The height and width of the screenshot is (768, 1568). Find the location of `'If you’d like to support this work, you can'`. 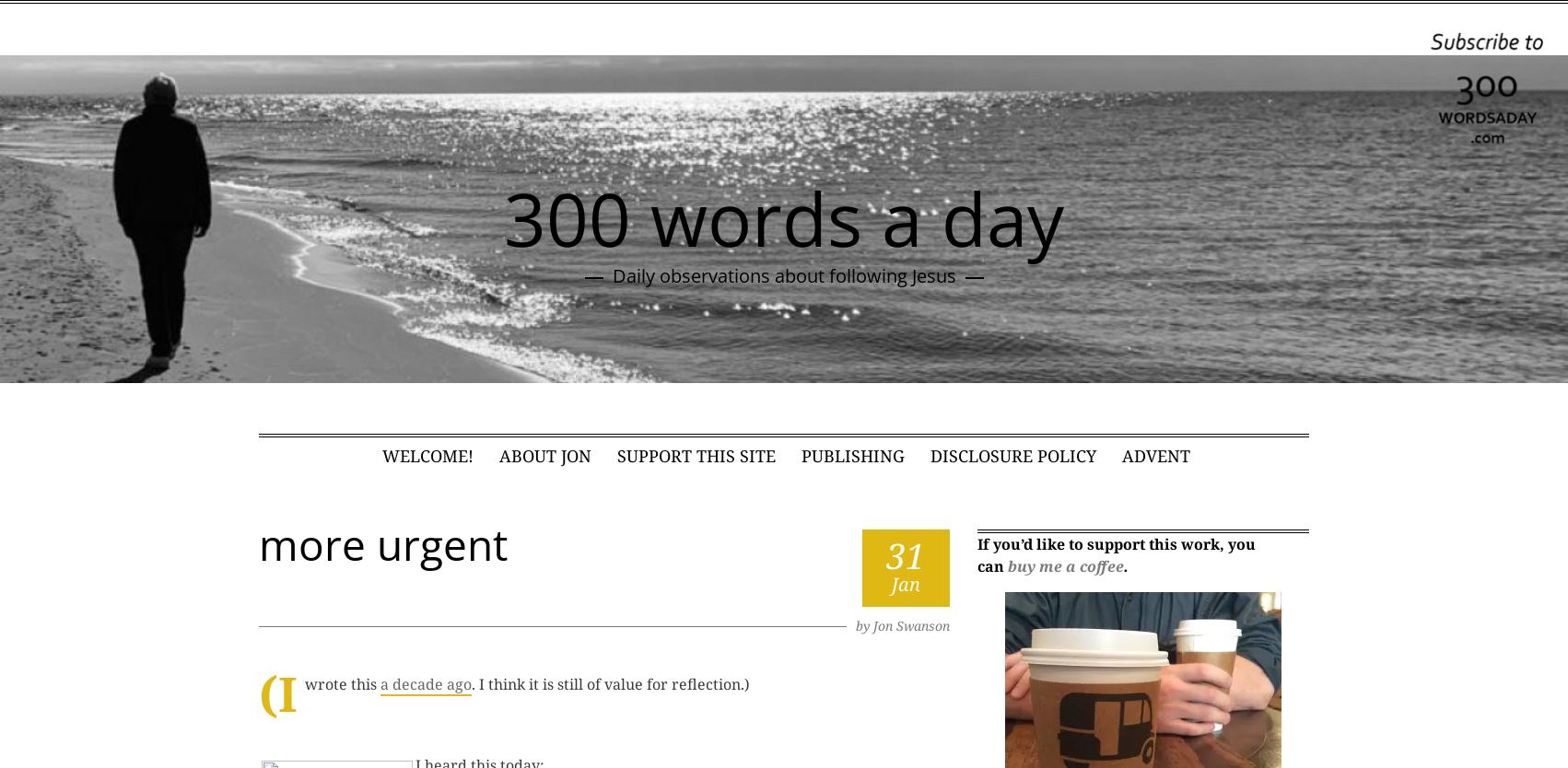

'If you’d like to support this work, you can' is located at coordinates (1116, 553).